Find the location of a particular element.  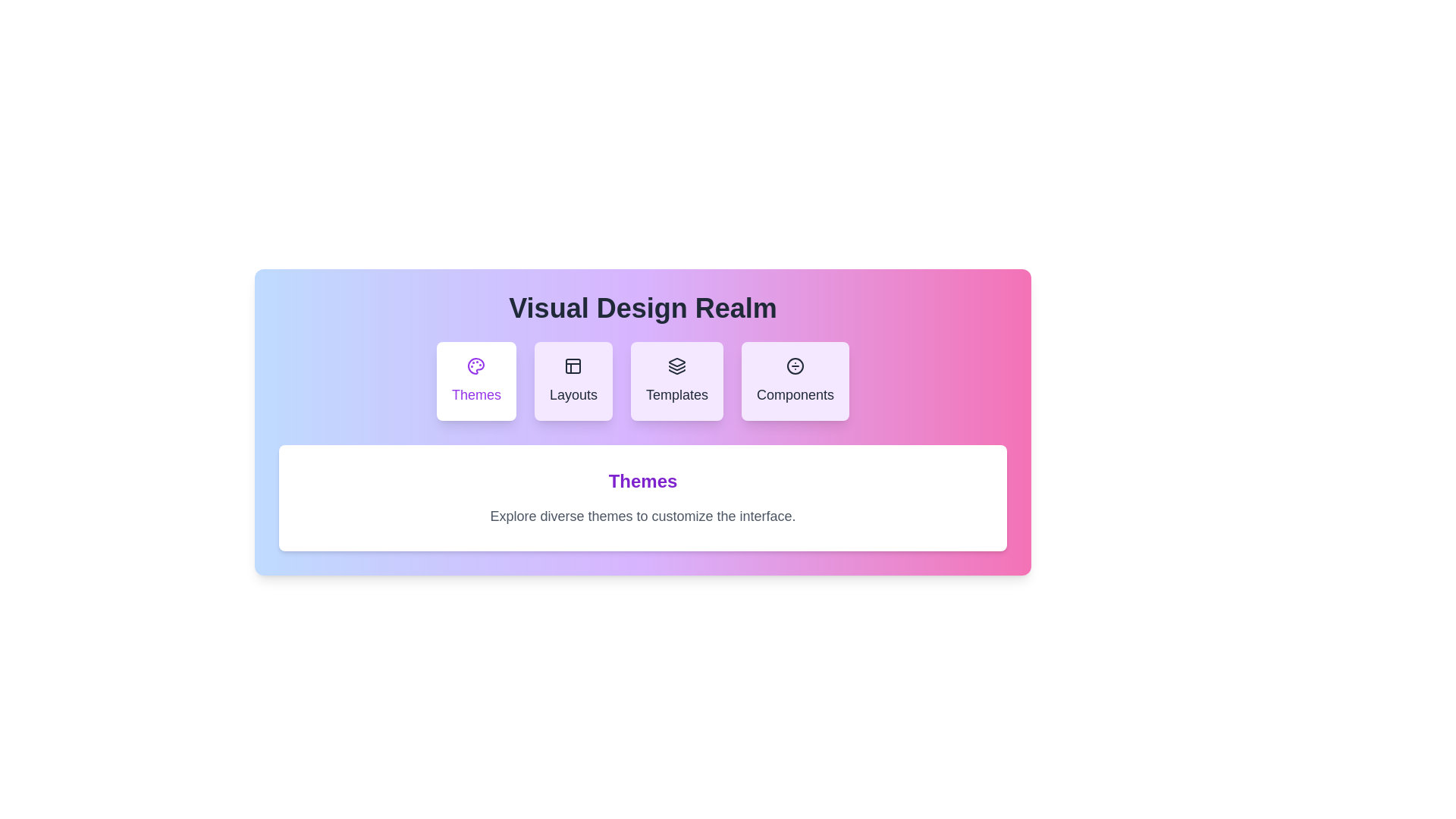

the Components tab to change the active feature is located at coordinates (795, 380).